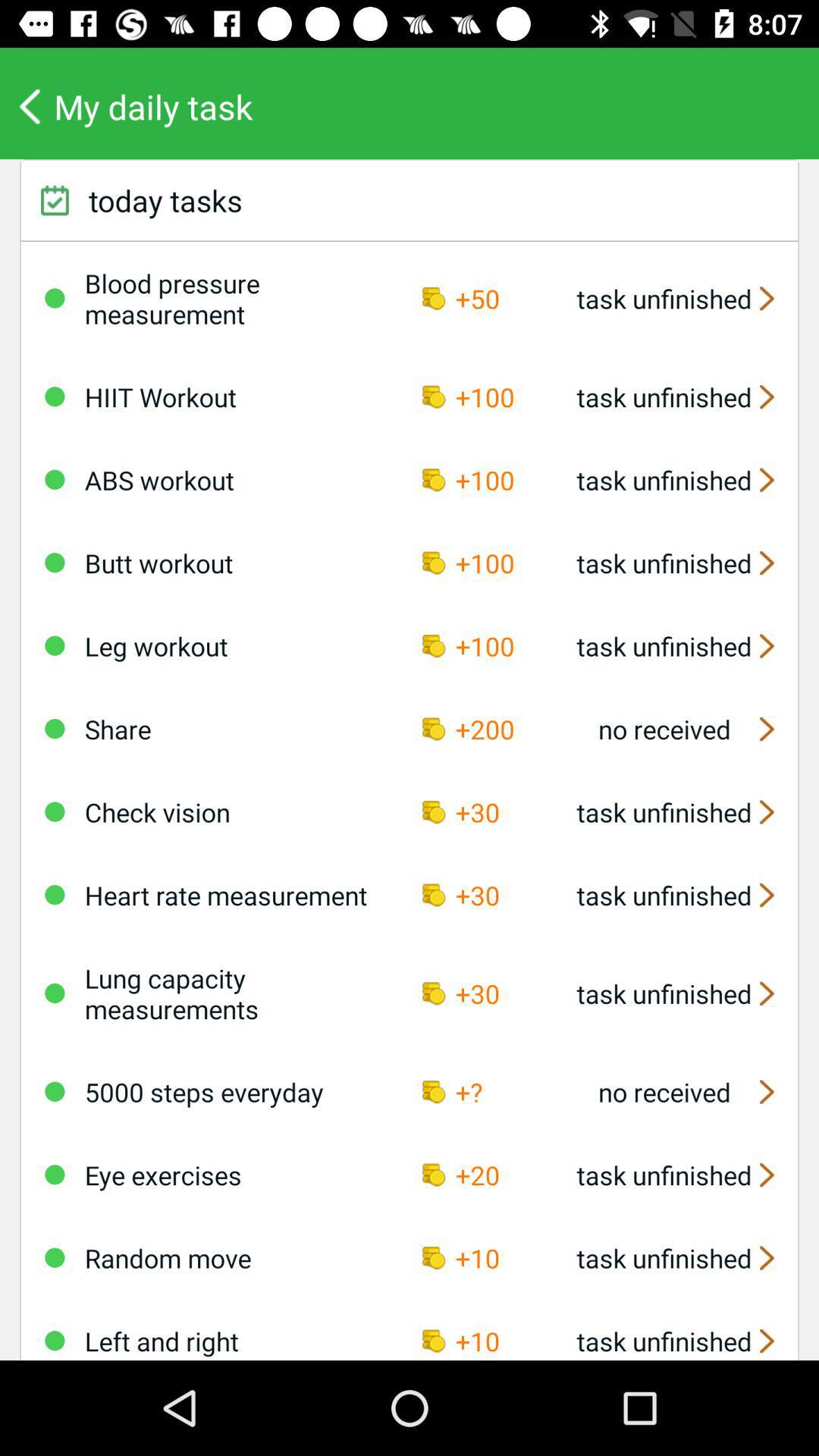 The height and width of the screenshot is (1456, 819). What do you see at coordinates (54, 1090) in the screenshot?
I see `today 's active task` at bounding box center [54, 1090].